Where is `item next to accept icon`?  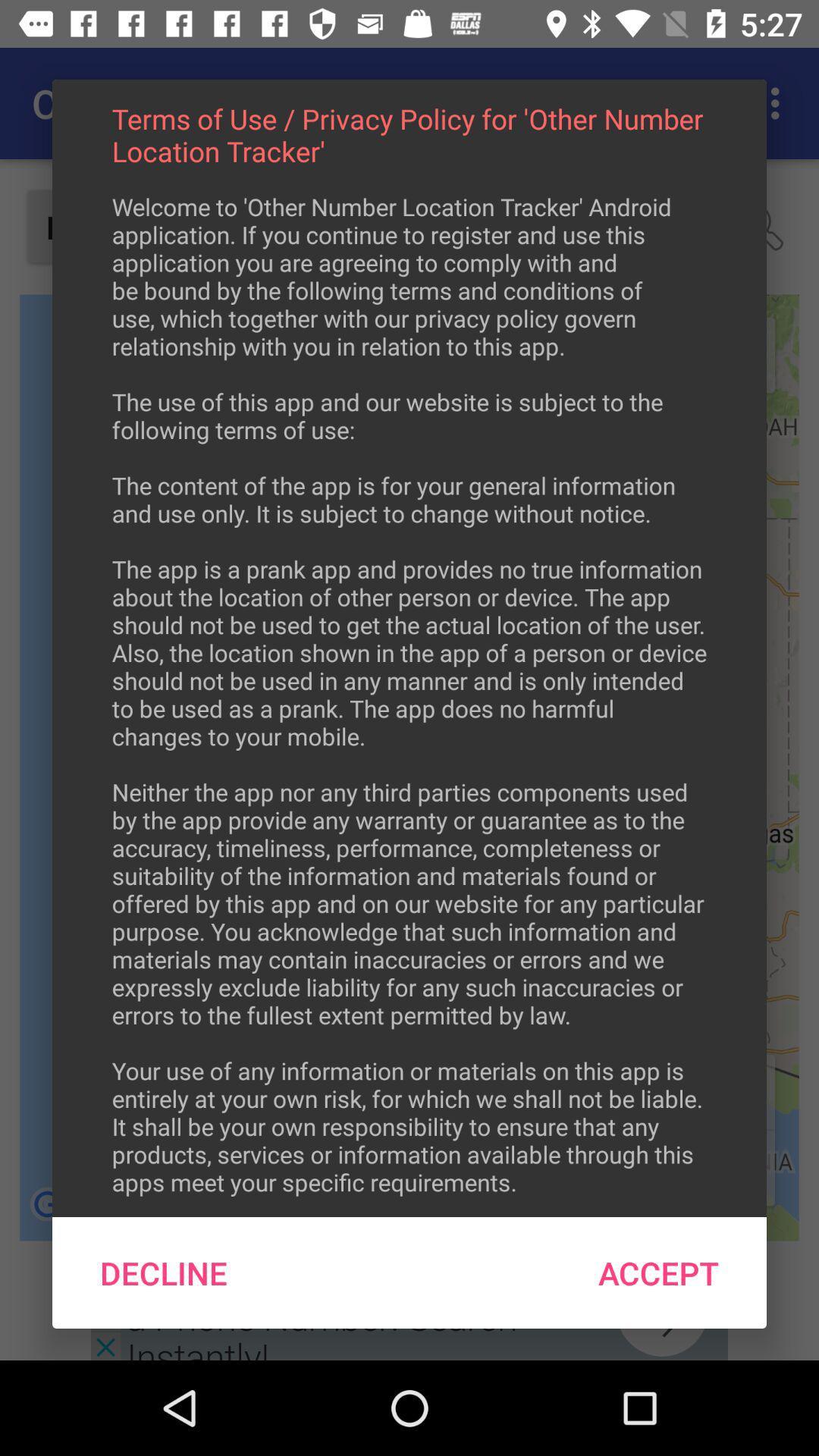
item next to accept icon is located at coordinates (164, 1272).